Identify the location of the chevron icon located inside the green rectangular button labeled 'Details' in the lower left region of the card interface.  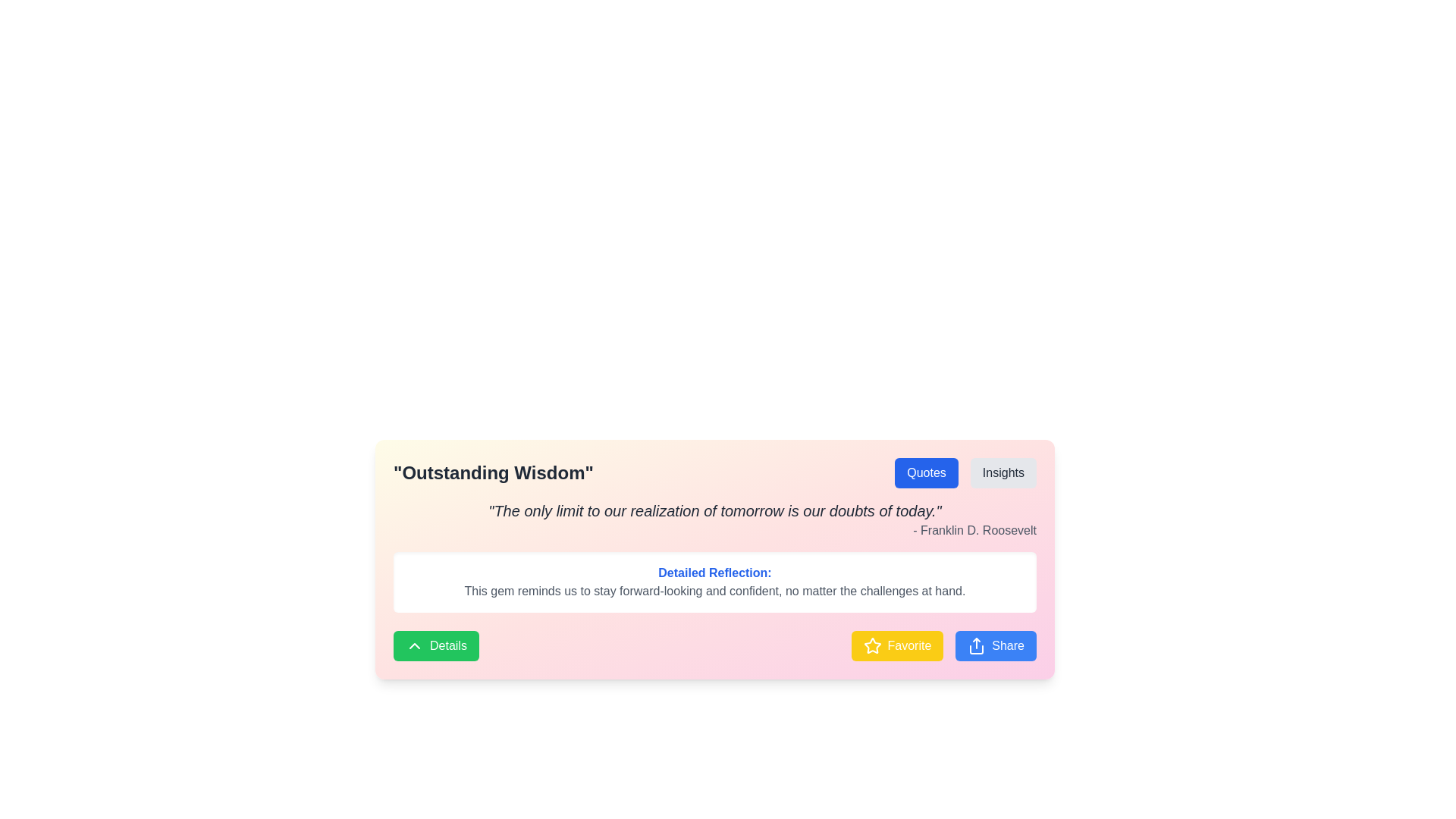
(415, 646).